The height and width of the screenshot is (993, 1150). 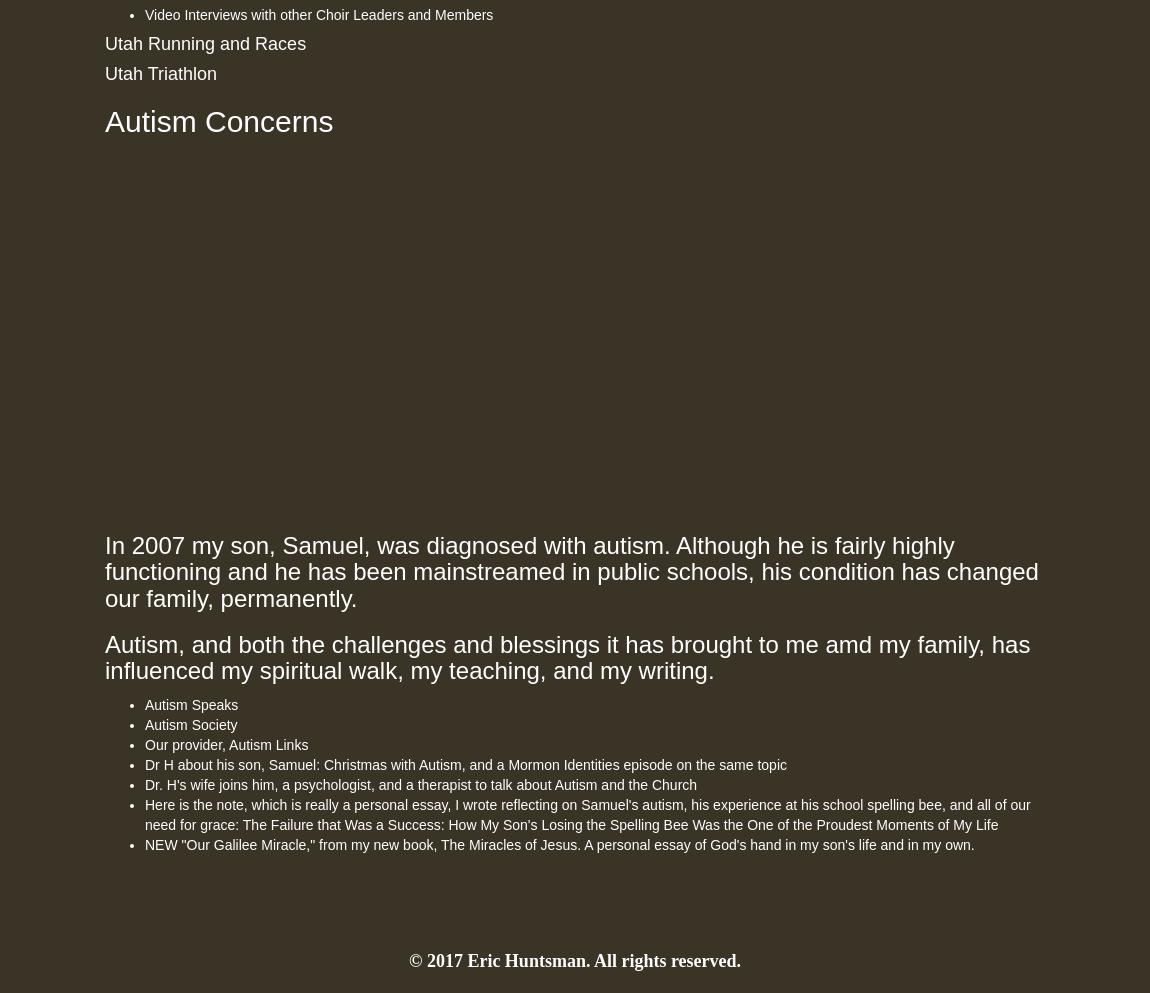 I want to click on 'Christmas with Autism', so click(x=392, y=763).